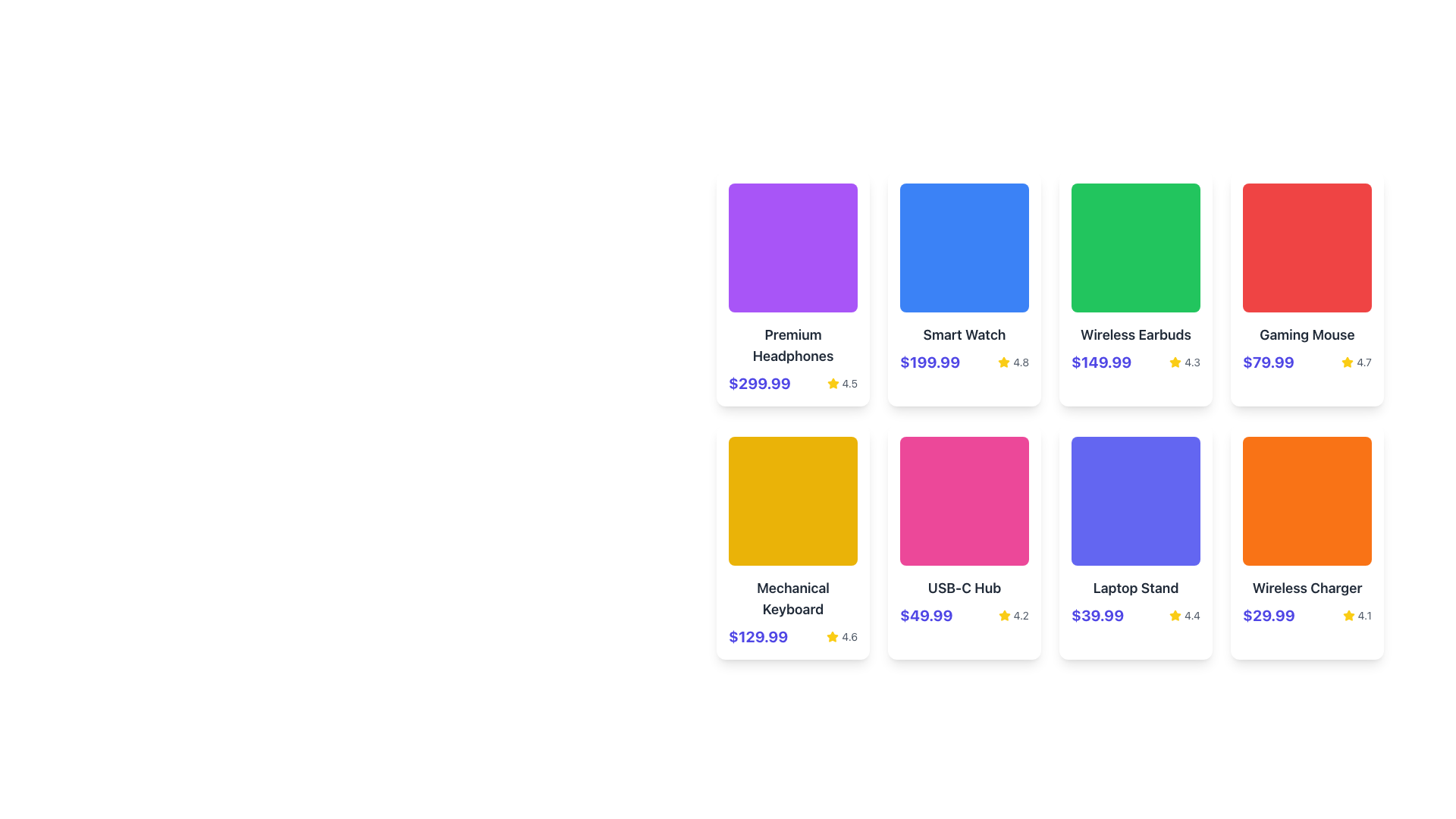 The width and height of the screenshot is (1456, 819). Describe the element at coordinates (1191, 616) in the screenshot. I see `numeric rating value from the text label located to the right of the star icon in the rating display section of the 'Laptop Stand' product card, positioned in the second row, third column of the product grid` at that location.